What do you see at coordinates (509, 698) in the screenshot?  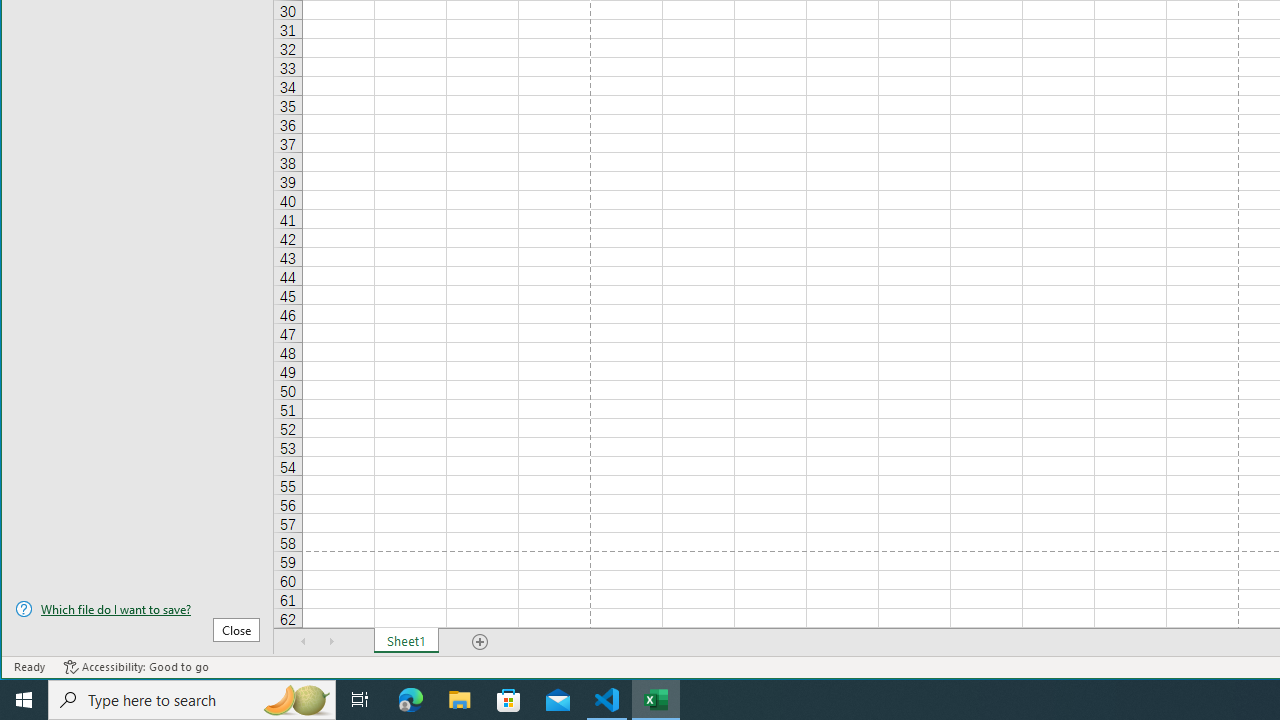 I see `'Microsoft Store'` at bounding box center [509, 698].